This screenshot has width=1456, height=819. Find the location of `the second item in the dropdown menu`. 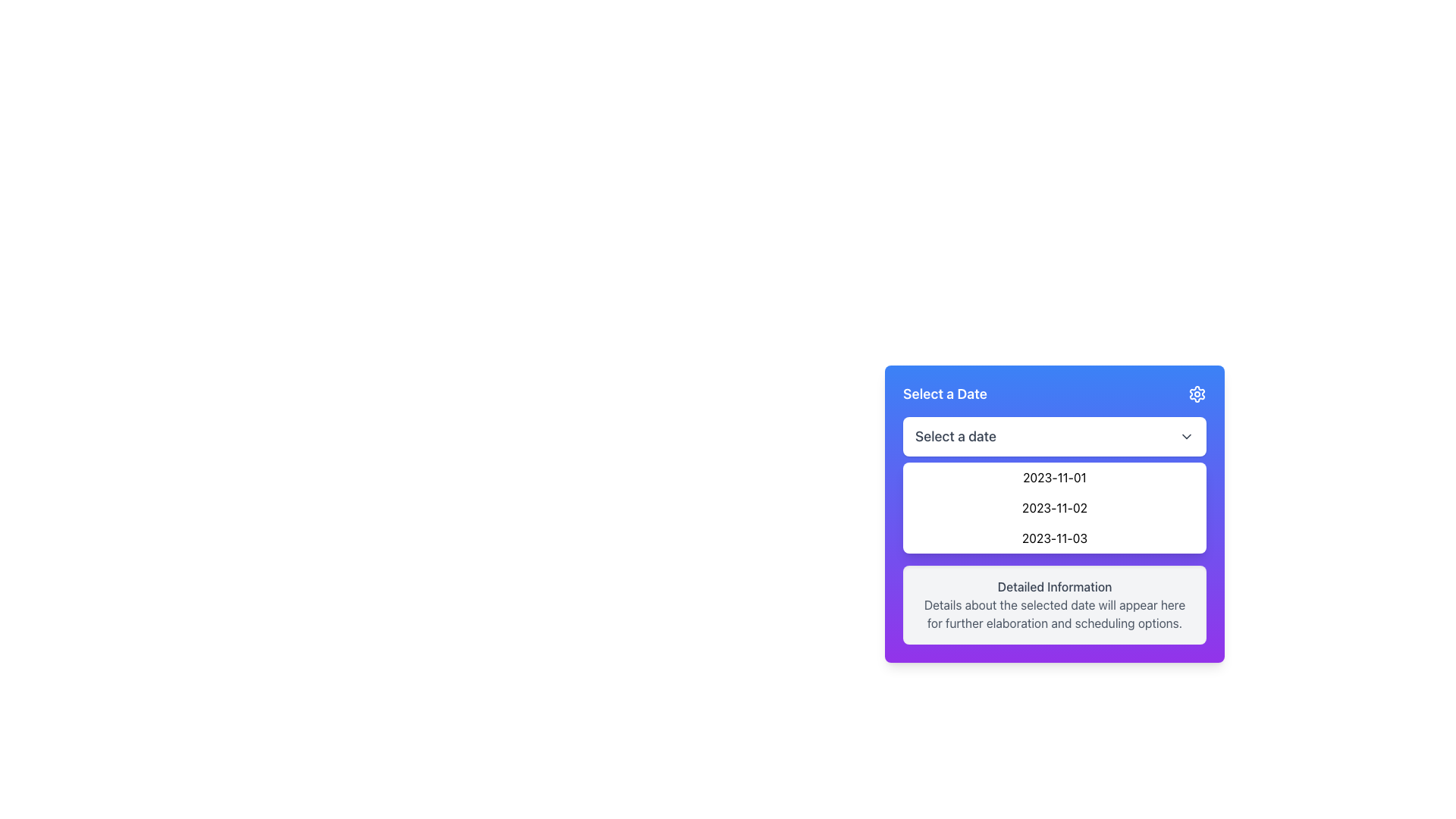

the second item in the dropdown menu is located at coordinates (1054, 508).